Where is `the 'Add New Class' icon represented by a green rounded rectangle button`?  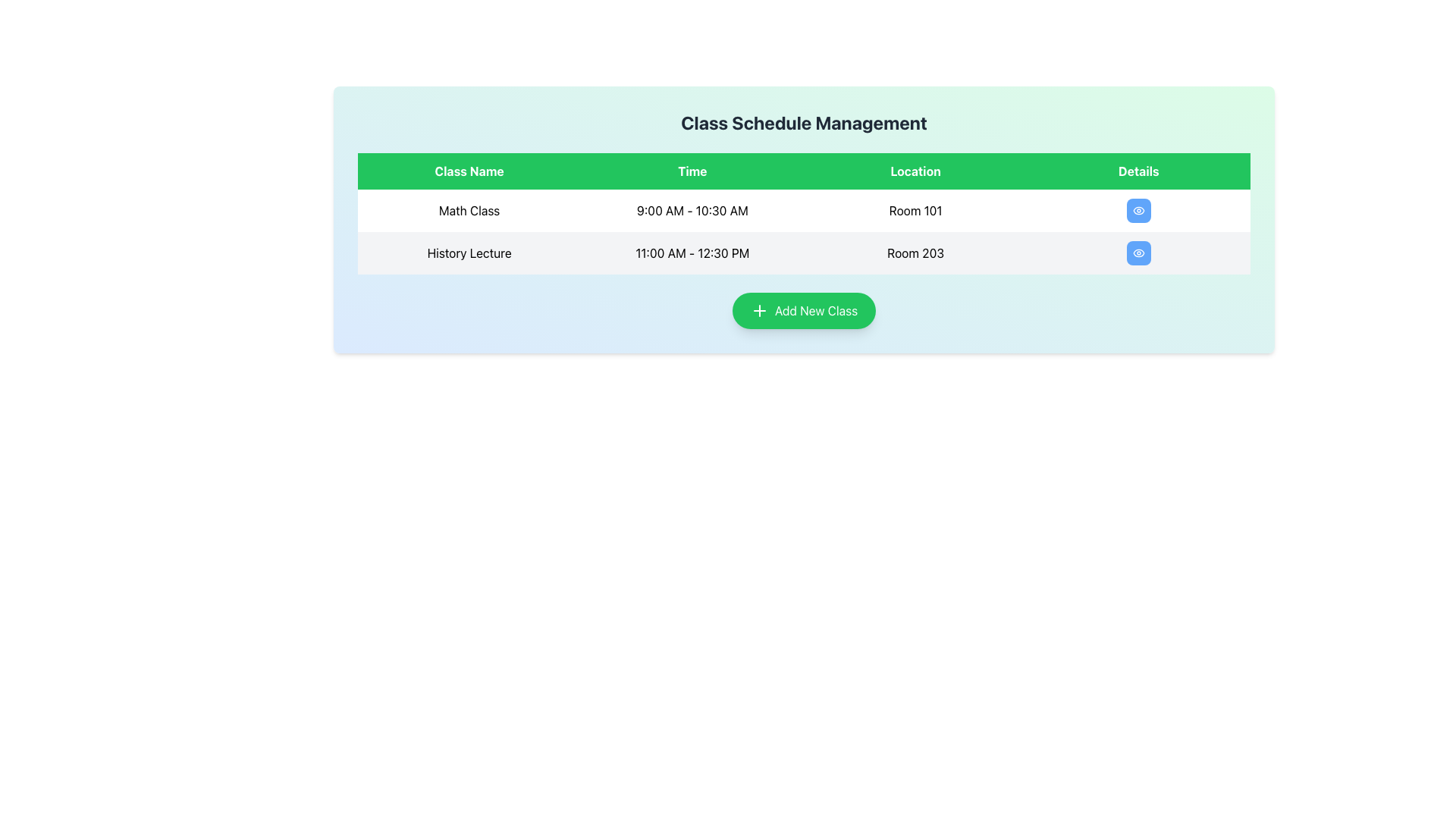
the 'Add New Class' icon represented by a green rounded rectangle button is located at coordinates (759, 309).